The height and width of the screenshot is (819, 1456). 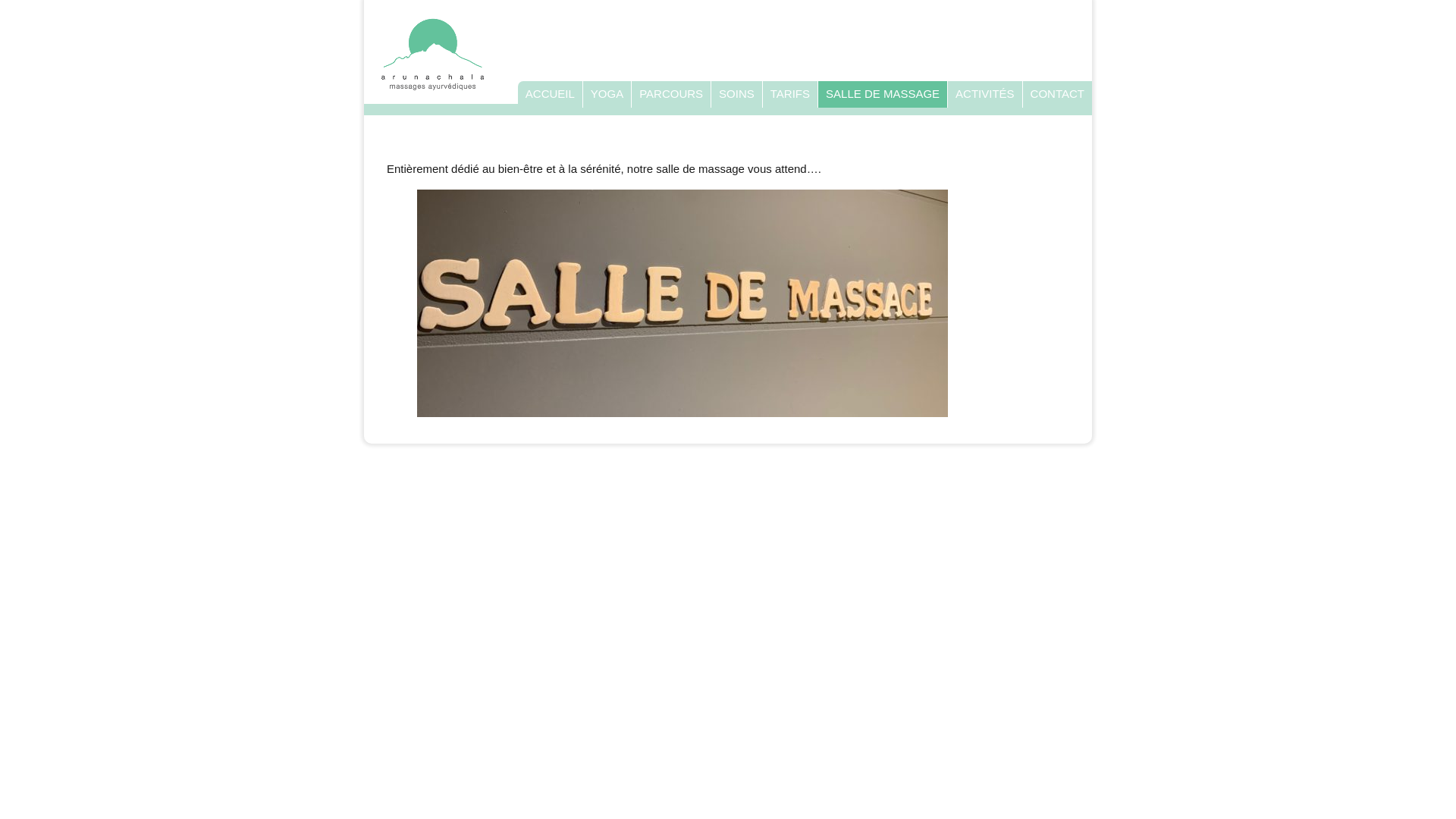 What do you see at coordinates (882, 93) in the screenshot?
I see `'SALLE DE MASSAGE'` at bounding box center [882, 93].